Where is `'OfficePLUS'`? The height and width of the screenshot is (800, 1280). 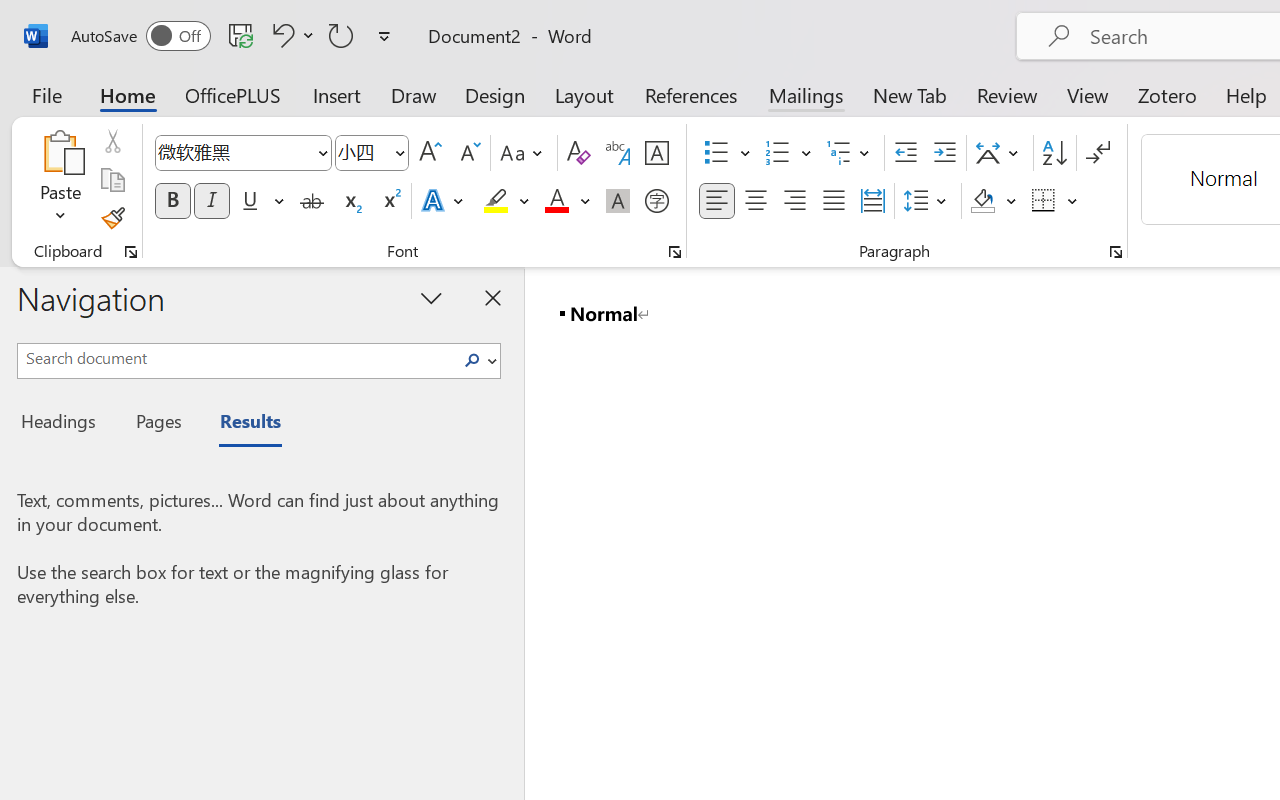
'OfficePLUS' is located at coordinates (233, 94).